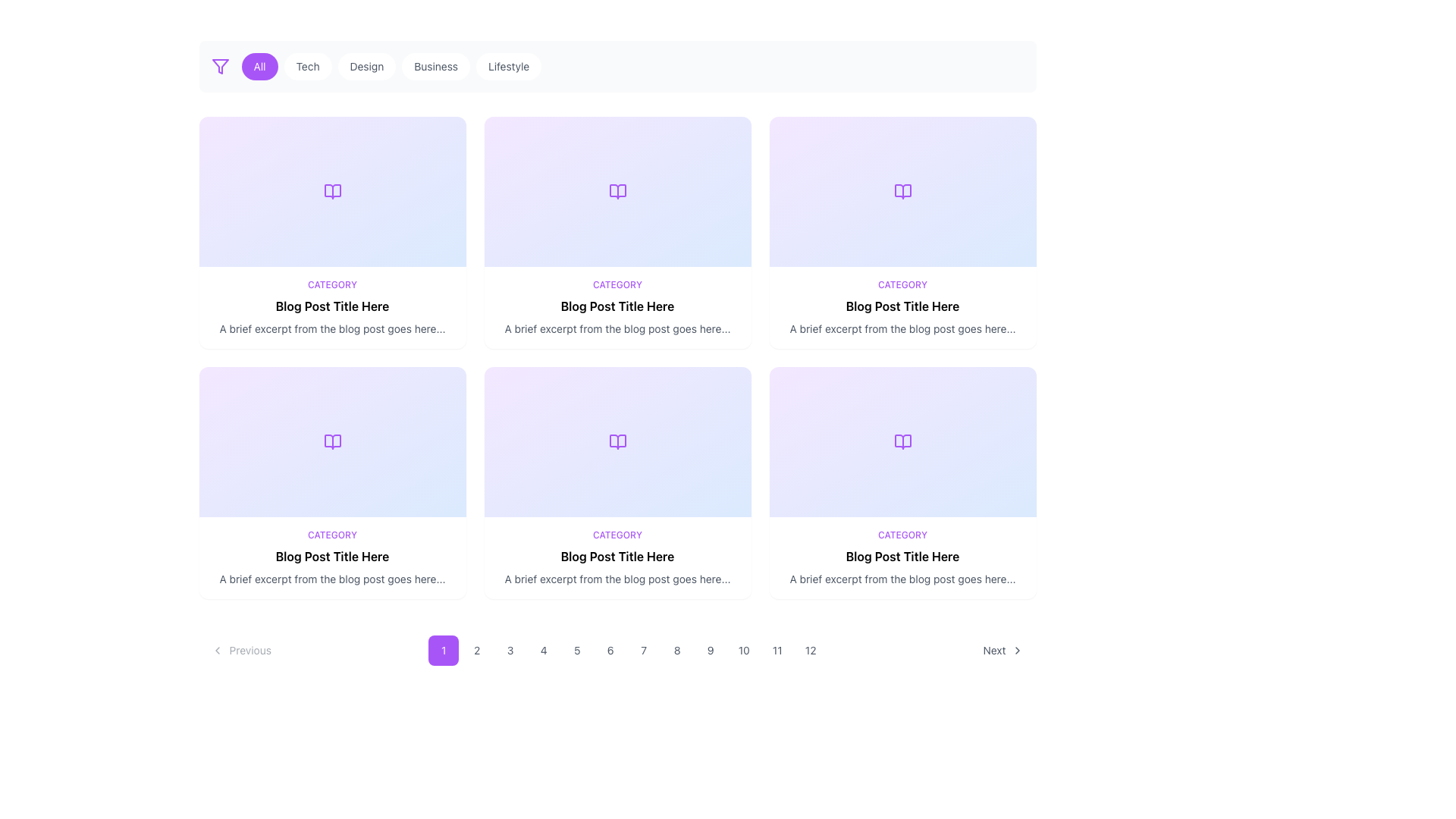 The height and width of the screenshot is (819, 1456). I want to click on the 'All' filter button, which is the first button in a horizontal list, located to the right of a filter icon, so click(259, 66).